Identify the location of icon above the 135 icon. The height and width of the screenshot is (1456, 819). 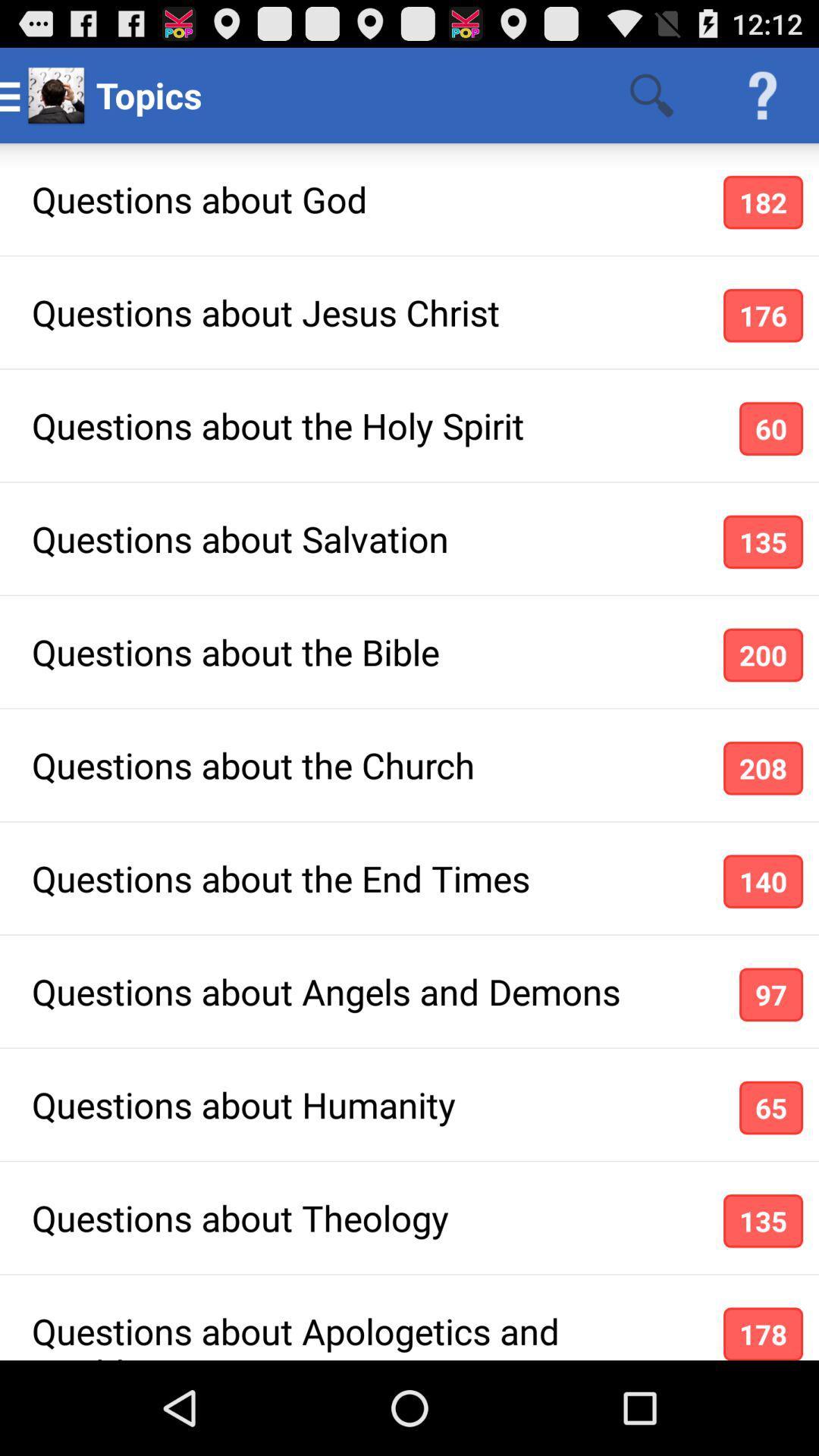
(771, 1107).